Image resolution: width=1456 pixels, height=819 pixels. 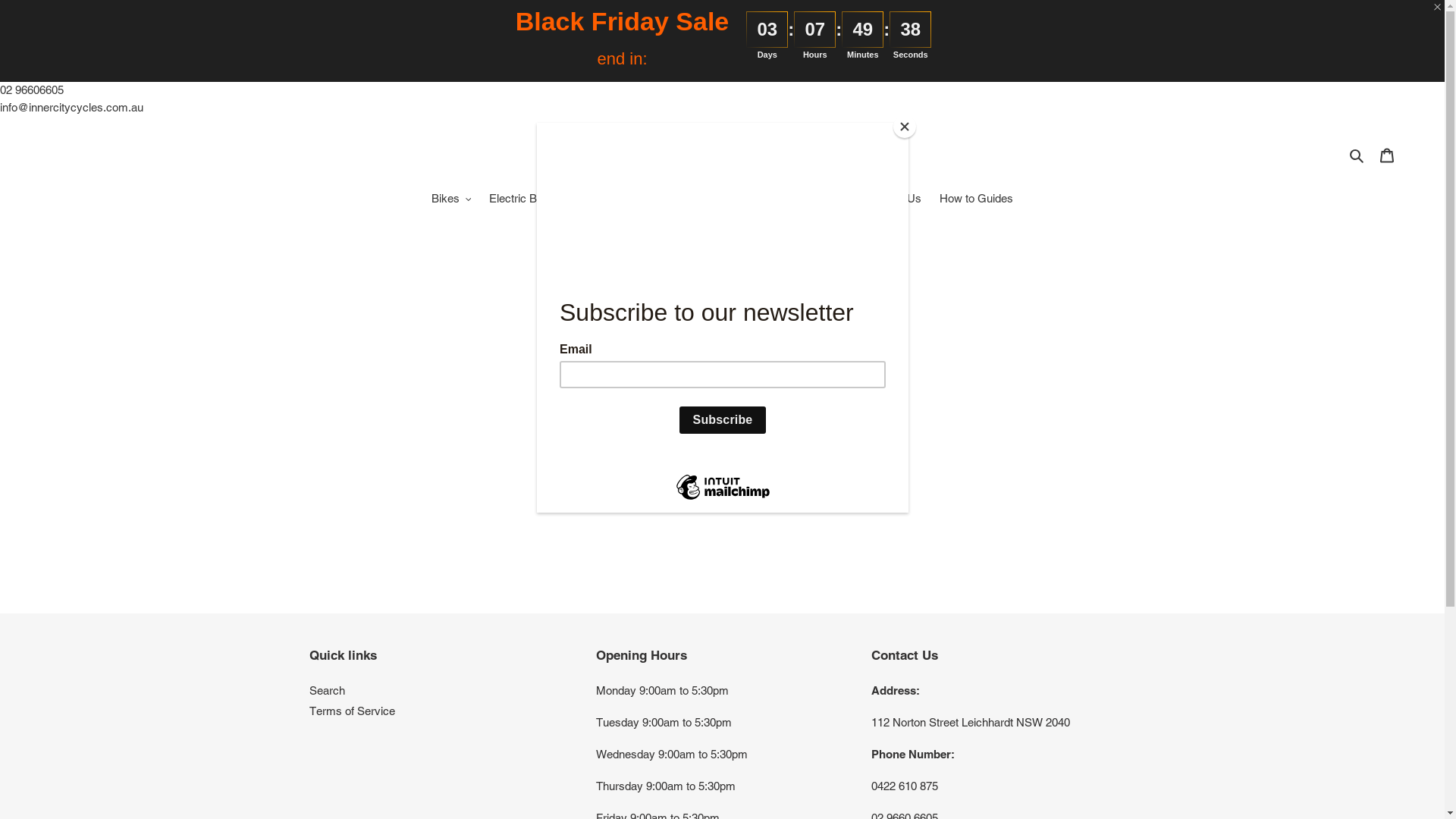 What do you see at coordinates (450, 198) in the screenshot?
I see `'Bikes'` at bounding box center [450, 198].